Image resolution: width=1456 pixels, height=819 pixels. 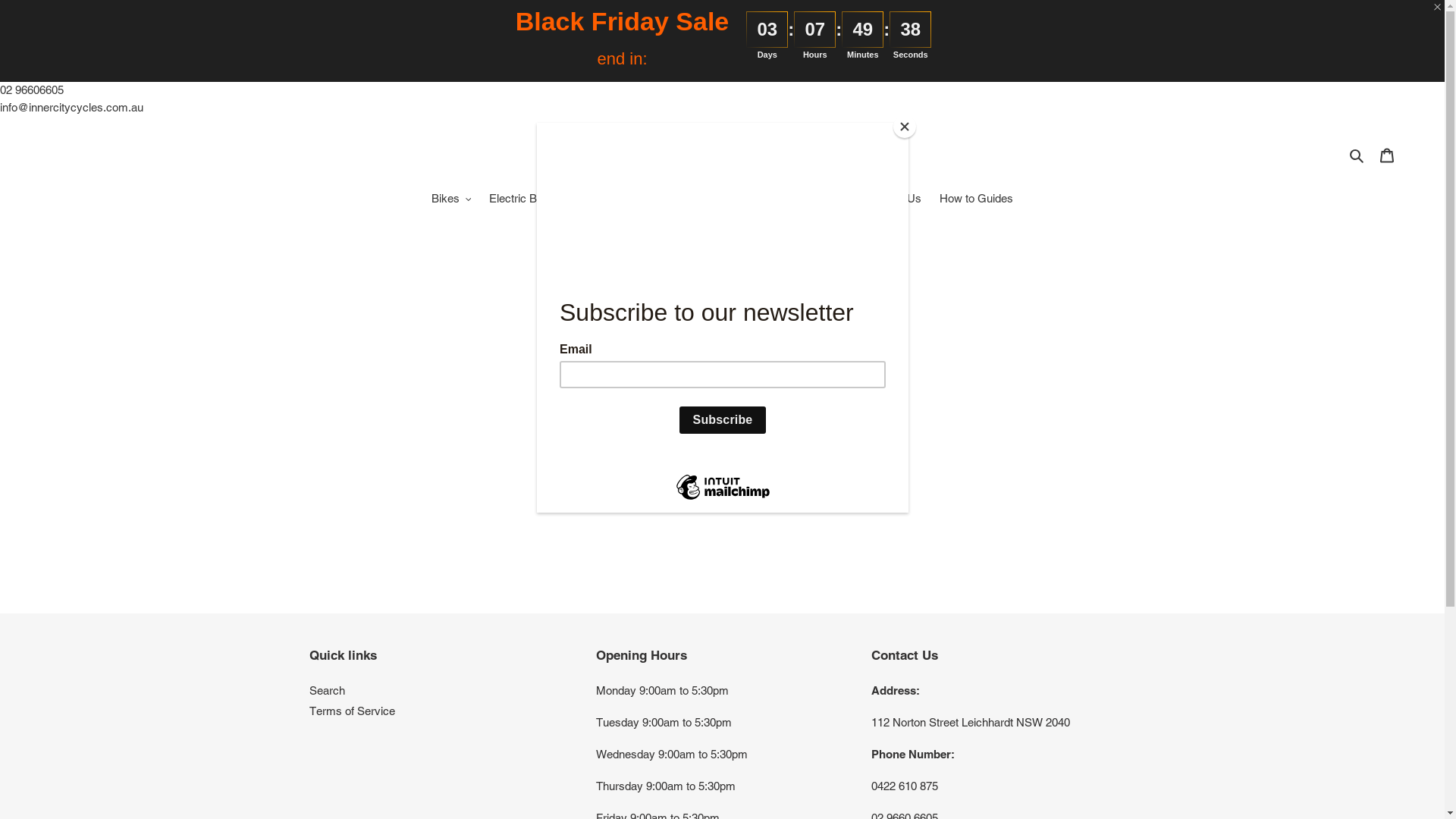 What do you see at coordinates (450, 198) in the screenshot?
I see `'Bikes'` at bounding box center [450, 198].